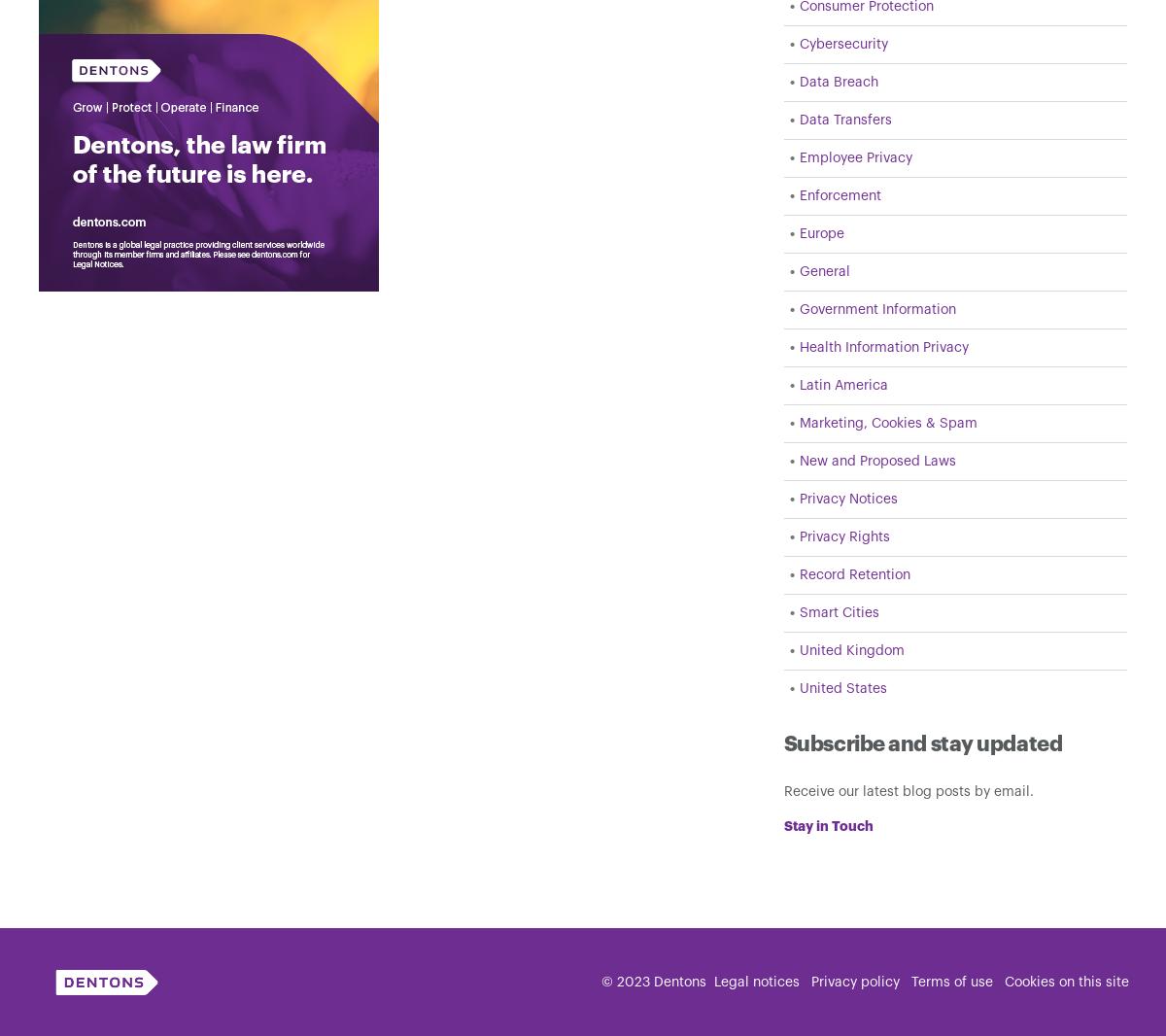 Image resolution: width=1166 pixels, height=1036 pixels. Describe the element at coordinates (854, 982) in the screenshot. I see `'Privacy policy'` at that location.